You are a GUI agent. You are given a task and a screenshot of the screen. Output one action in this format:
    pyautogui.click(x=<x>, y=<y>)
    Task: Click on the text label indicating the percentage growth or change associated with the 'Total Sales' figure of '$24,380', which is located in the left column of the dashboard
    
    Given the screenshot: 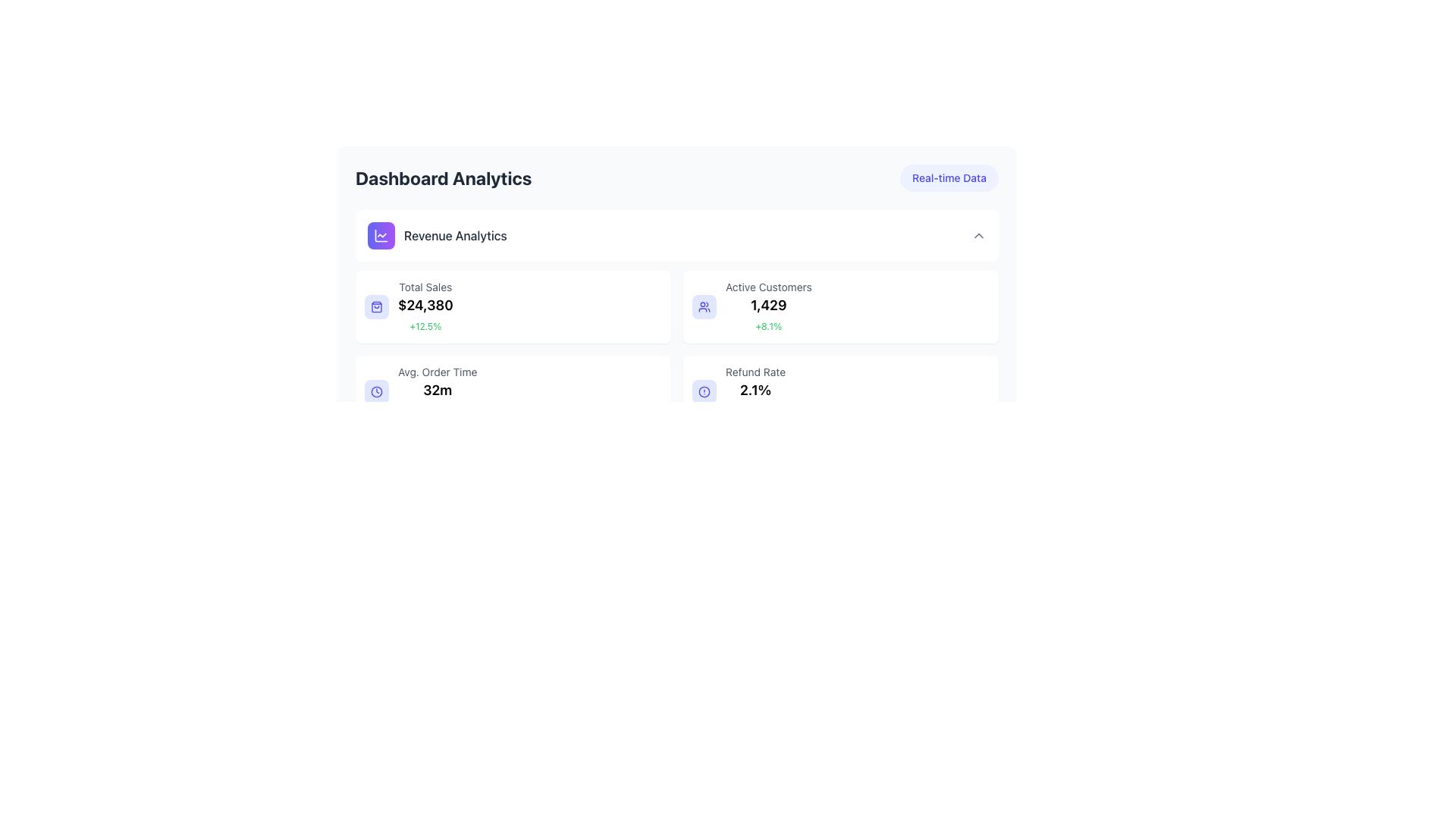 What is the action you would take?
    pyautogui.click(x=425, y=325)
    